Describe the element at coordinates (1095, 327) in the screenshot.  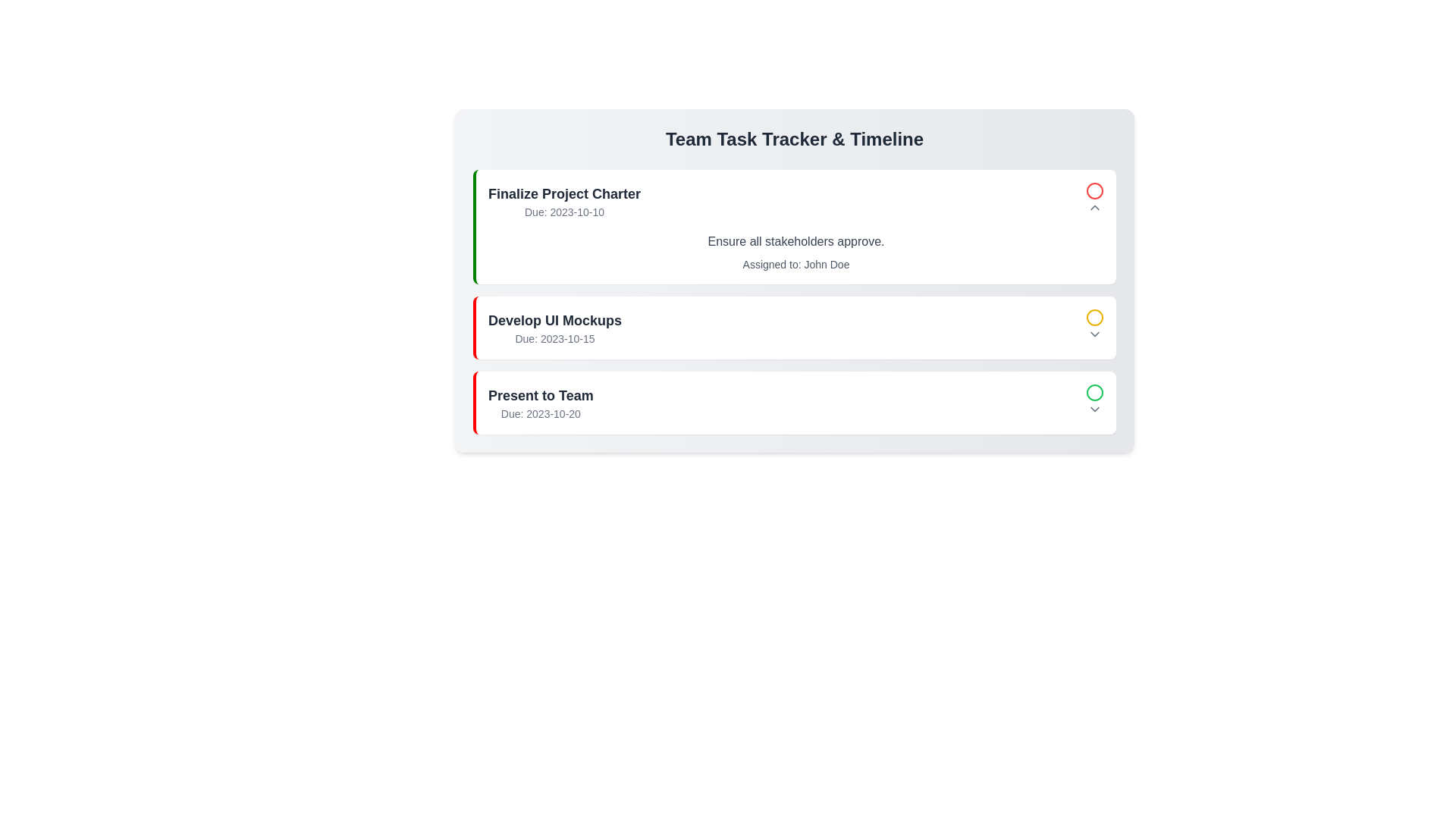
I see `the status indicator and interactive dropdown-like element located to the right of the 'Due: 2023-10-15' text in the 'Develop UI Mockups' row` at that location.